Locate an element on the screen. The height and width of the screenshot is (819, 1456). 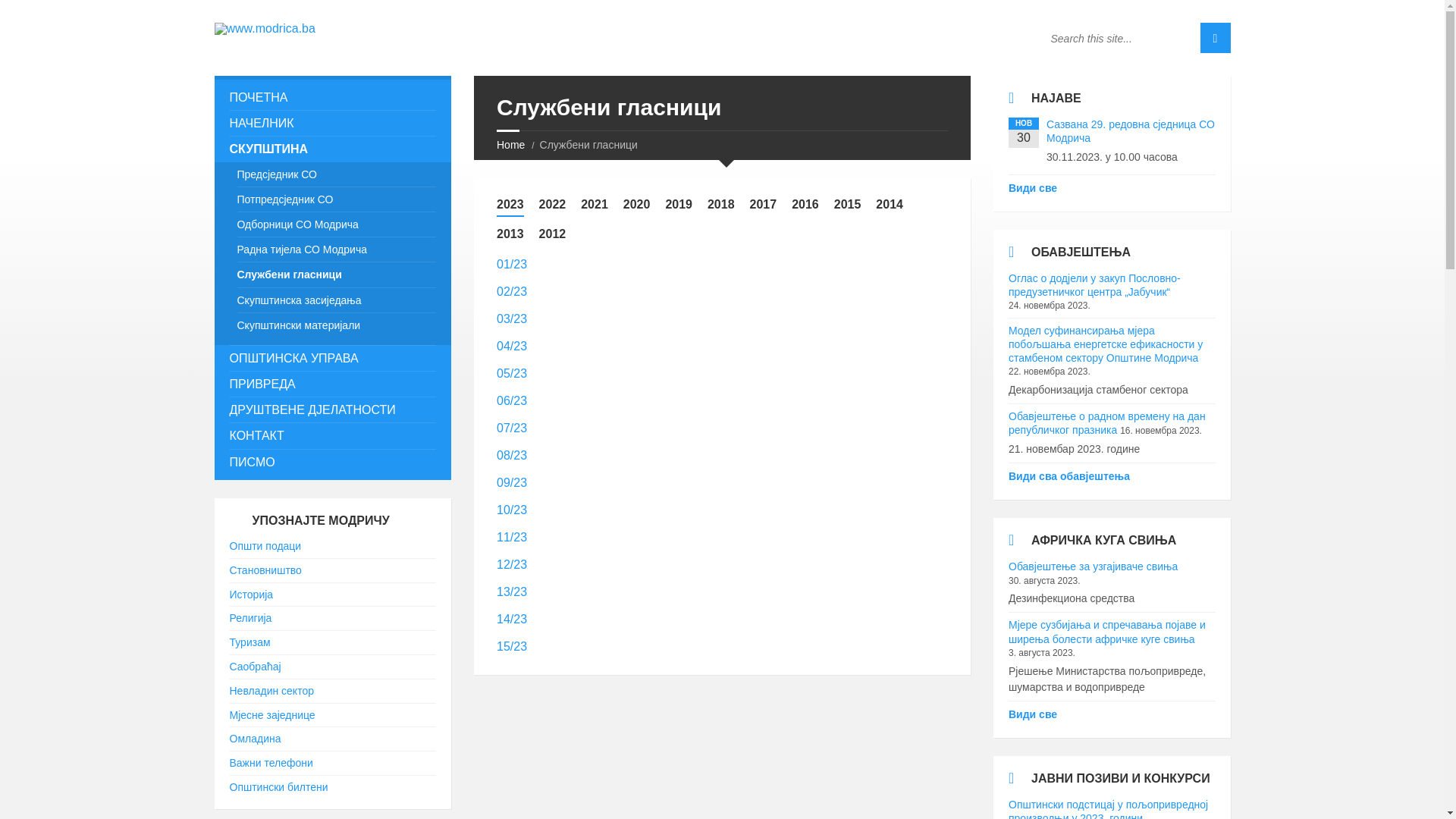
'08/23' is located at coordinates (496, 454).